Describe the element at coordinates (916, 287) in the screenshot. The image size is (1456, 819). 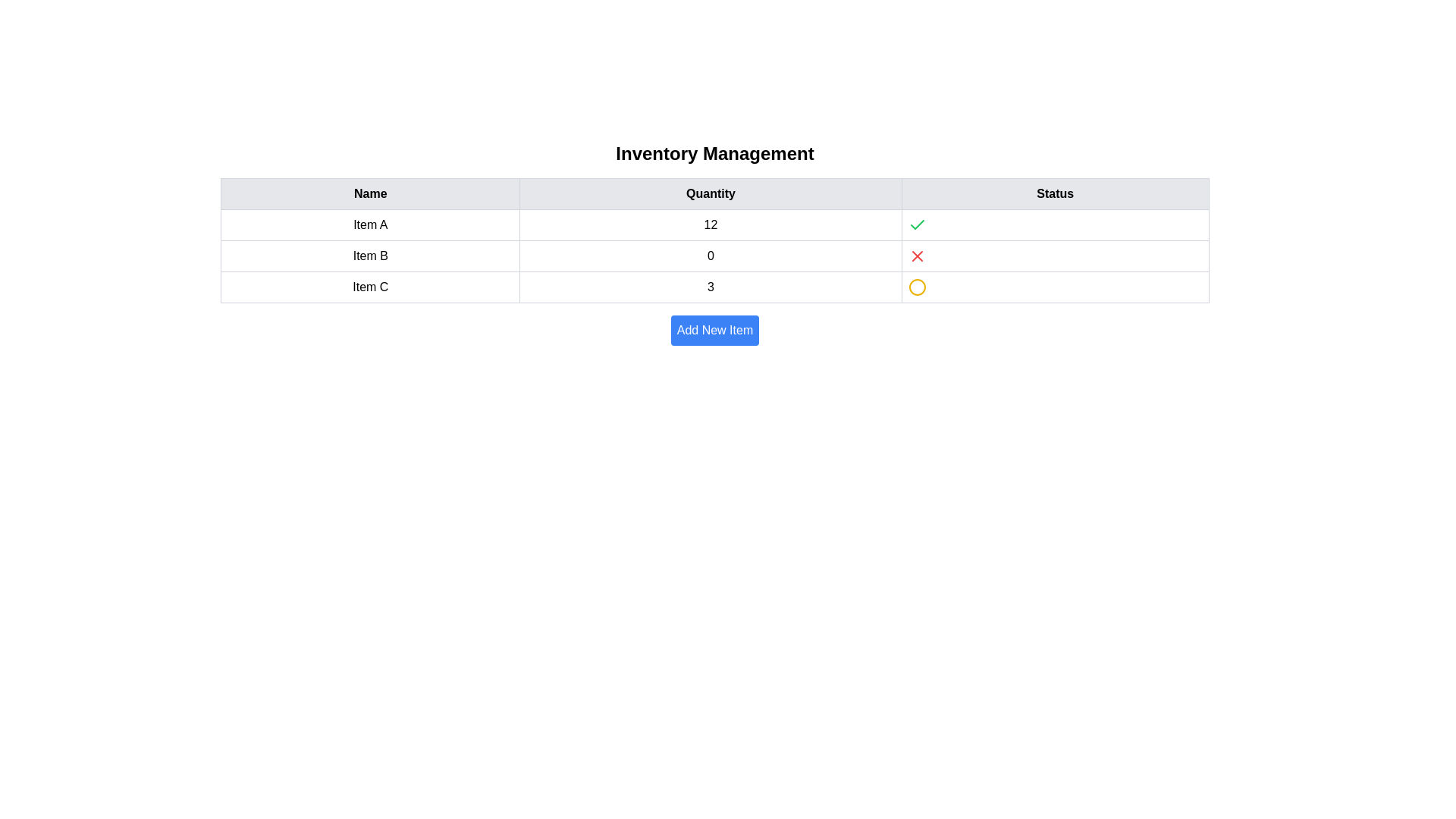
I see `properties of the circular status icon with a yellow outline and white interior located in the third row under the 'Status' column in the table` at that location.